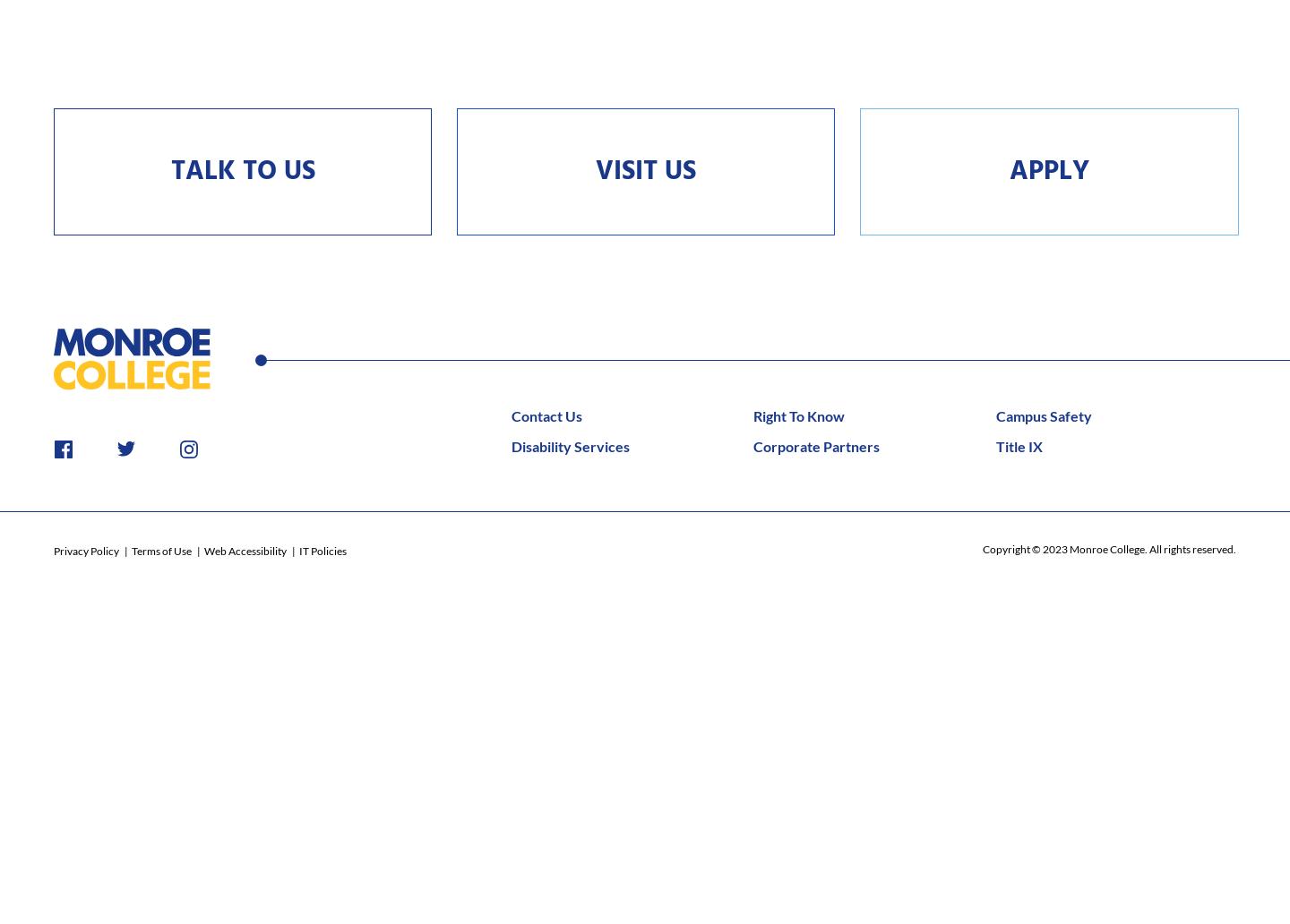 This screenshot has height=924, width=1290. Describe the element at coordinates (203, 550) in the screenshot. I see `'Web Accessibility'` at that location.